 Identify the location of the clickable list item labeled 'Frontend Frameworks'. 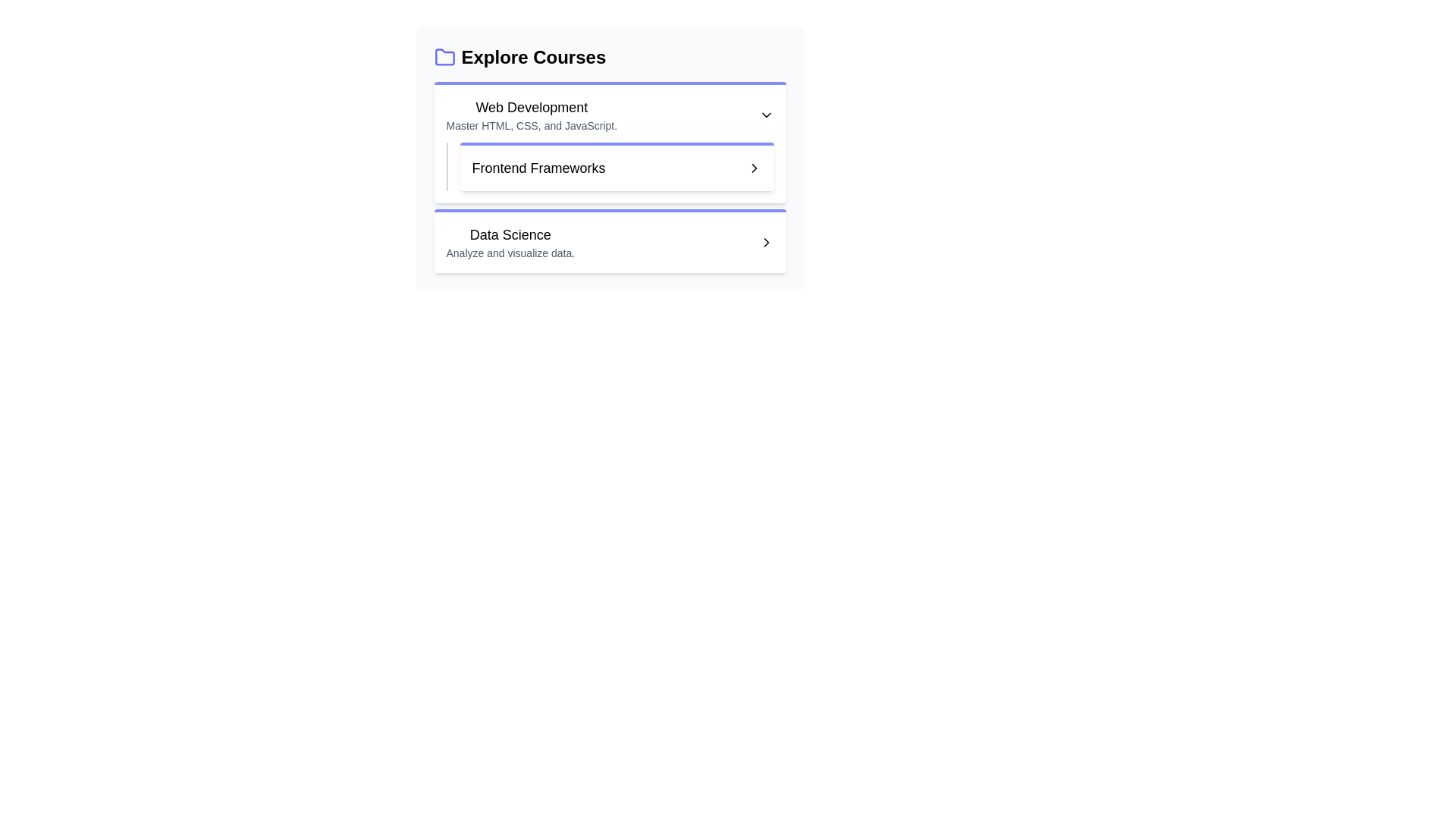
(617, 166).